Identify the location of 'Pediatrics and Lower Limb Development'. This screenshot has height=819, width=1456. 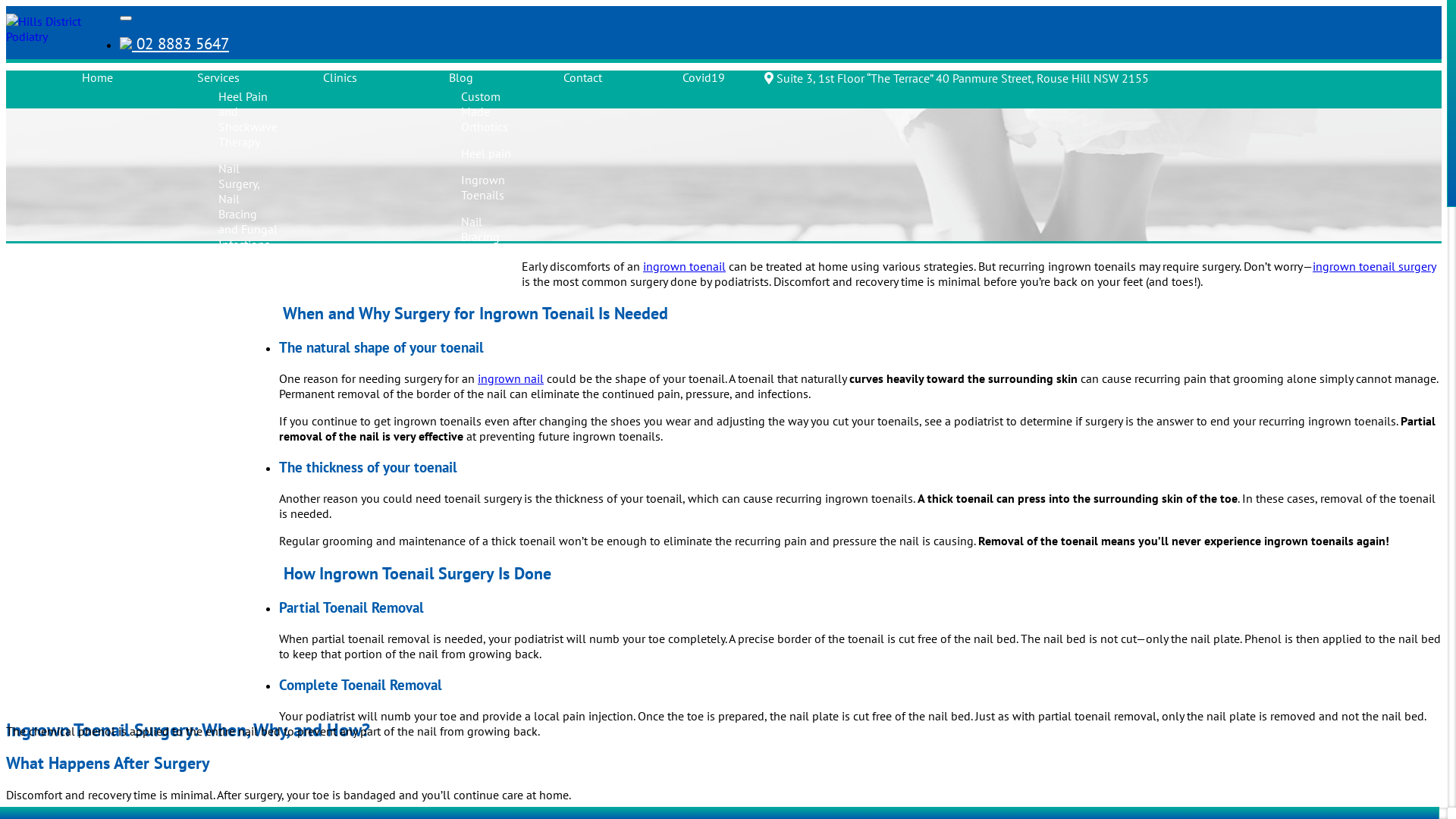
(253, 366).